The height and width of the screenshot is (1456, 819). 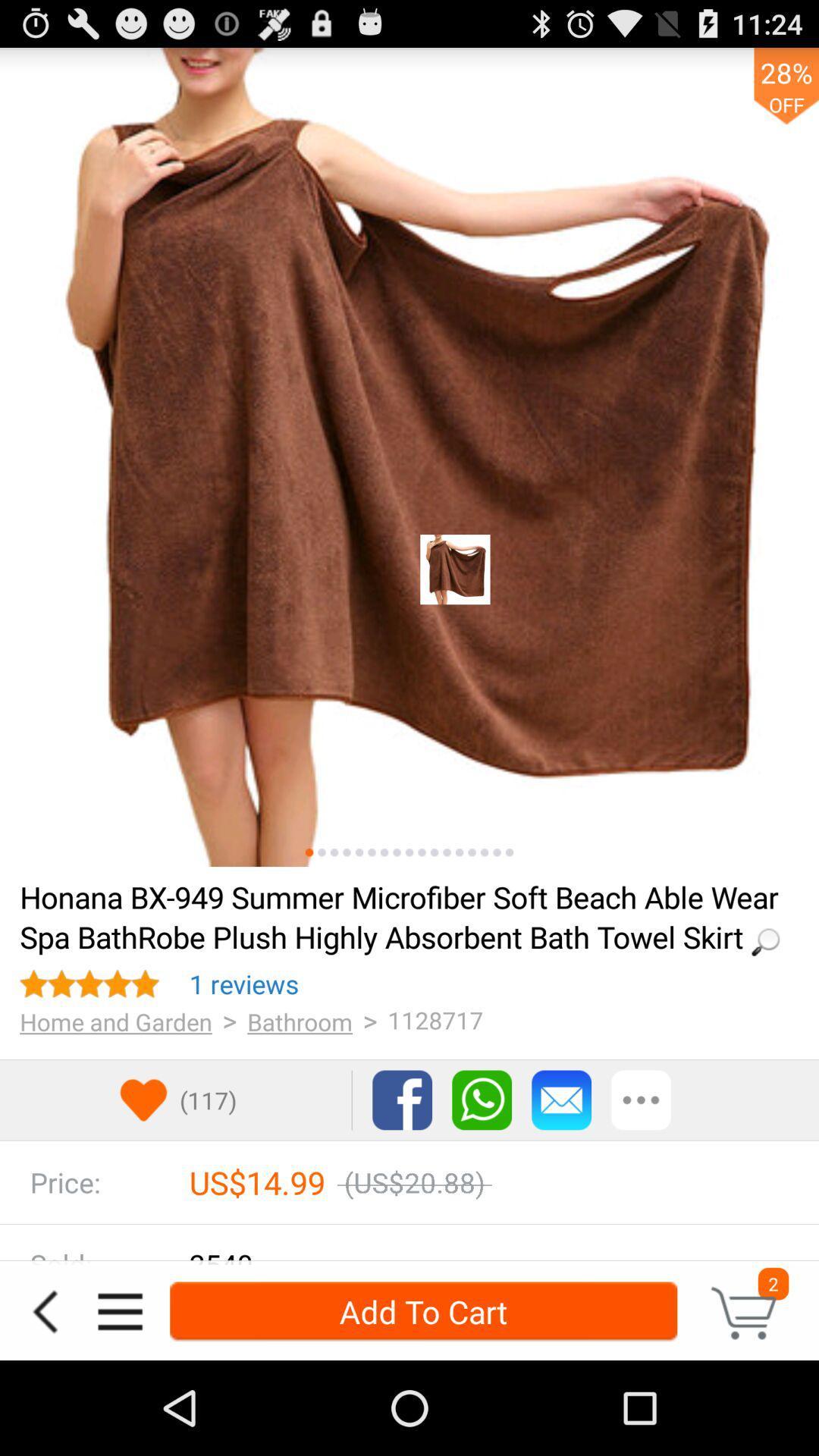 What do you see at coordinates (309, 852) in the screenshot?
I see `this image` at bounding box center [309, 852].